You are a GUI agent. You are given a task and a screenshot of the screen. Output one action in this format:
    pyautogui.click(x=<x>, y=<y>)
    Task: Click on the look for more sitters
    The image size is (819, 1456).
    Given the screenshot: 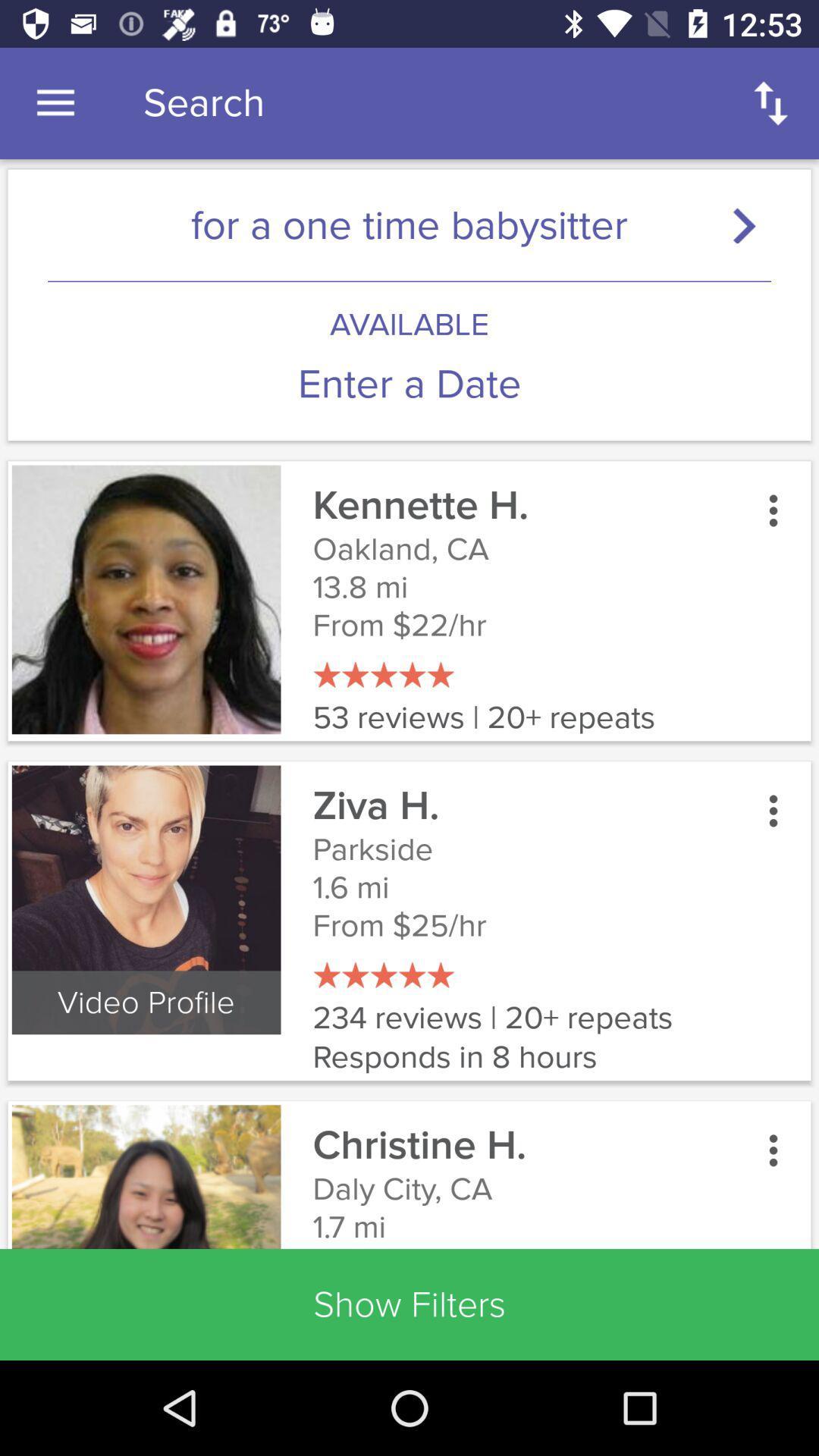 What is the action you would take?
    pyautogui.click(x=751, y=224)
    